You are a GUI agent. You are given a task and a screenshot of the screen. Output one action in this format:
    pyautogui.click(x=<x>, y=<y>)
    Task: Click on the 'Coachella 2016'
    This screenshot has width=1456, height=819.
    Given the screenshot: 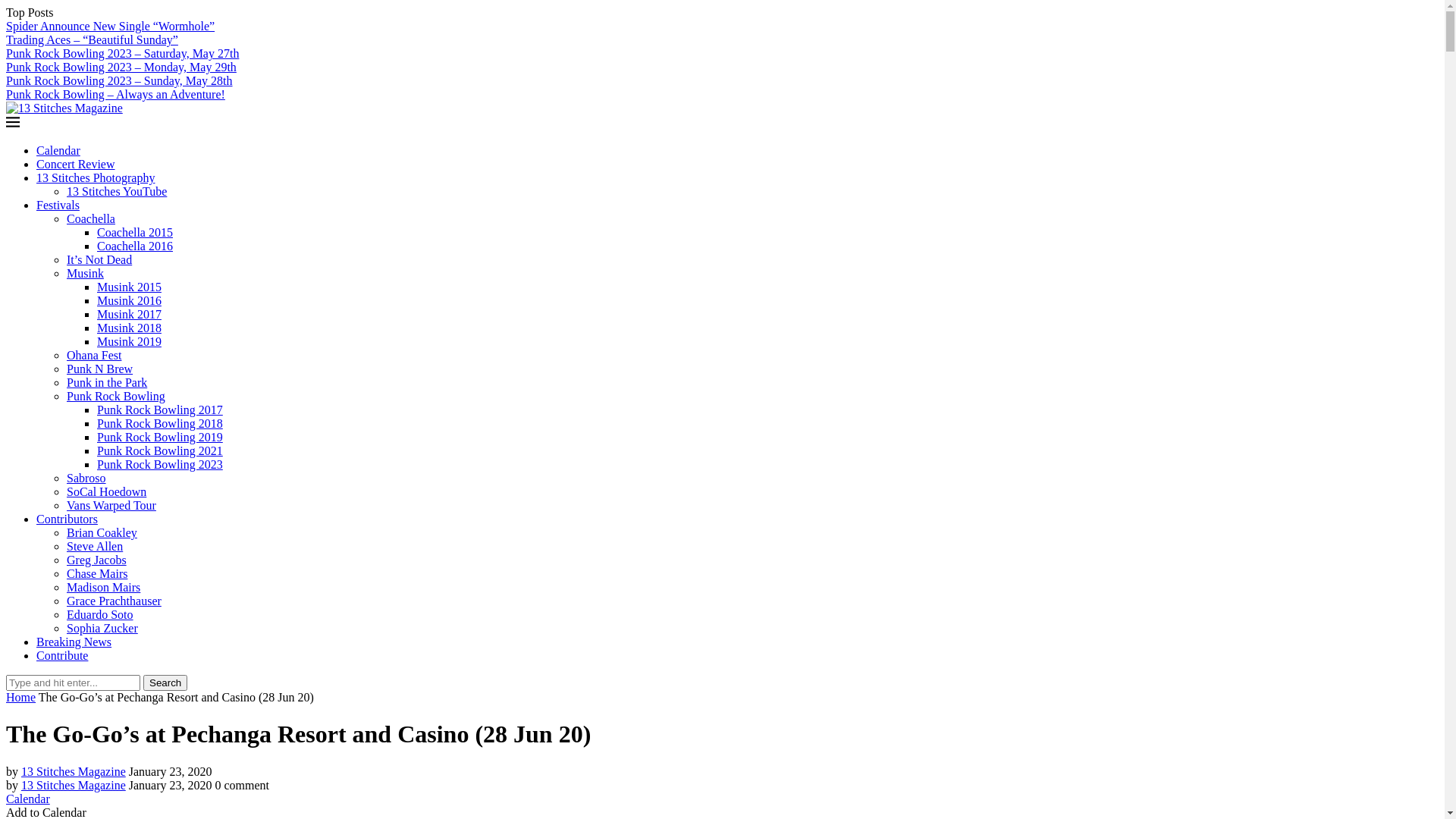 What is the action you would take?
    pyautogui.click(x=134, y=245)
    